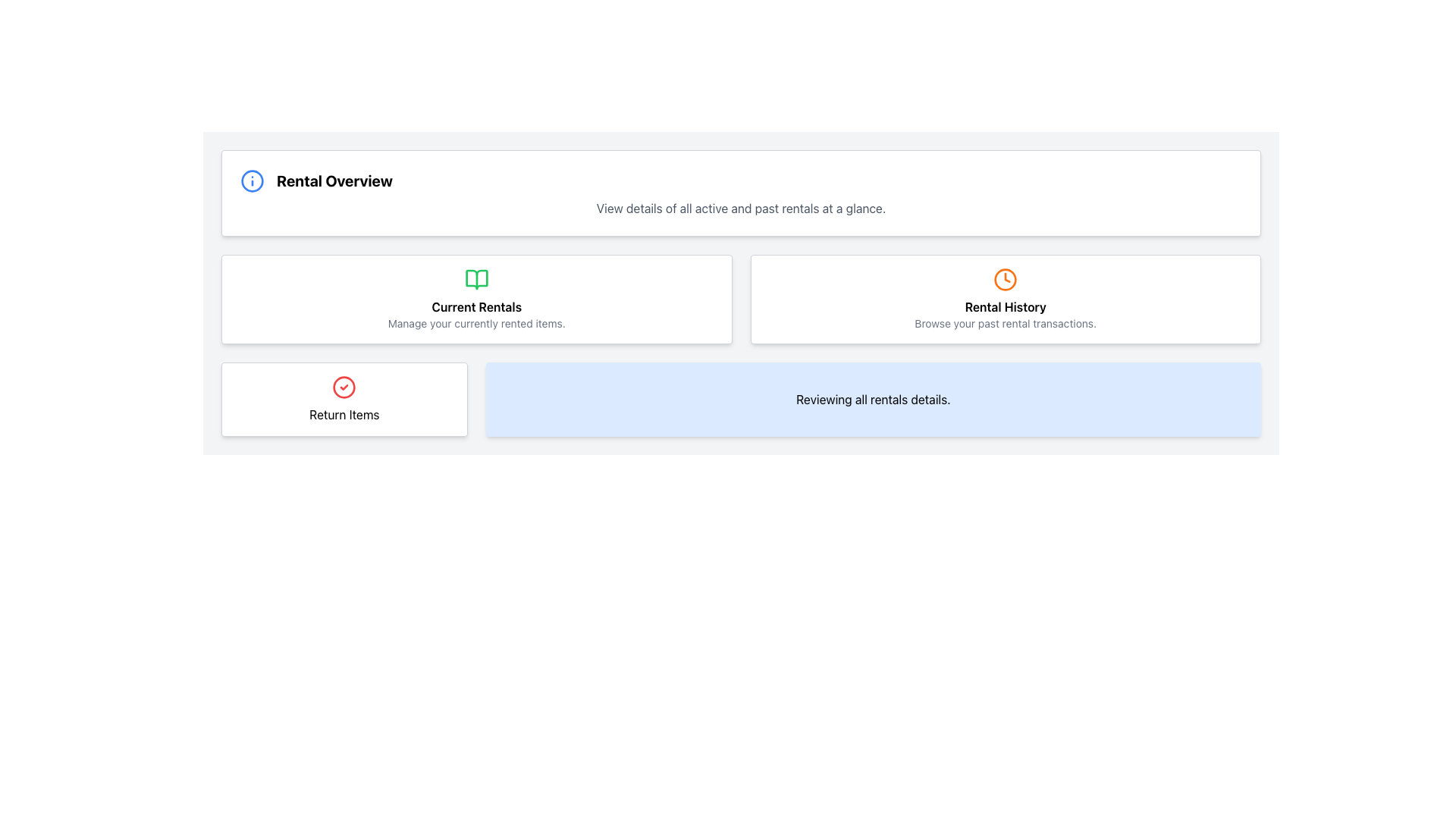 The image size is (1456, 819). I want to click on the Interactive card that provides access to historical rental transactions, located in the second row and third from the left in the grid layout, so click(1006, 299).